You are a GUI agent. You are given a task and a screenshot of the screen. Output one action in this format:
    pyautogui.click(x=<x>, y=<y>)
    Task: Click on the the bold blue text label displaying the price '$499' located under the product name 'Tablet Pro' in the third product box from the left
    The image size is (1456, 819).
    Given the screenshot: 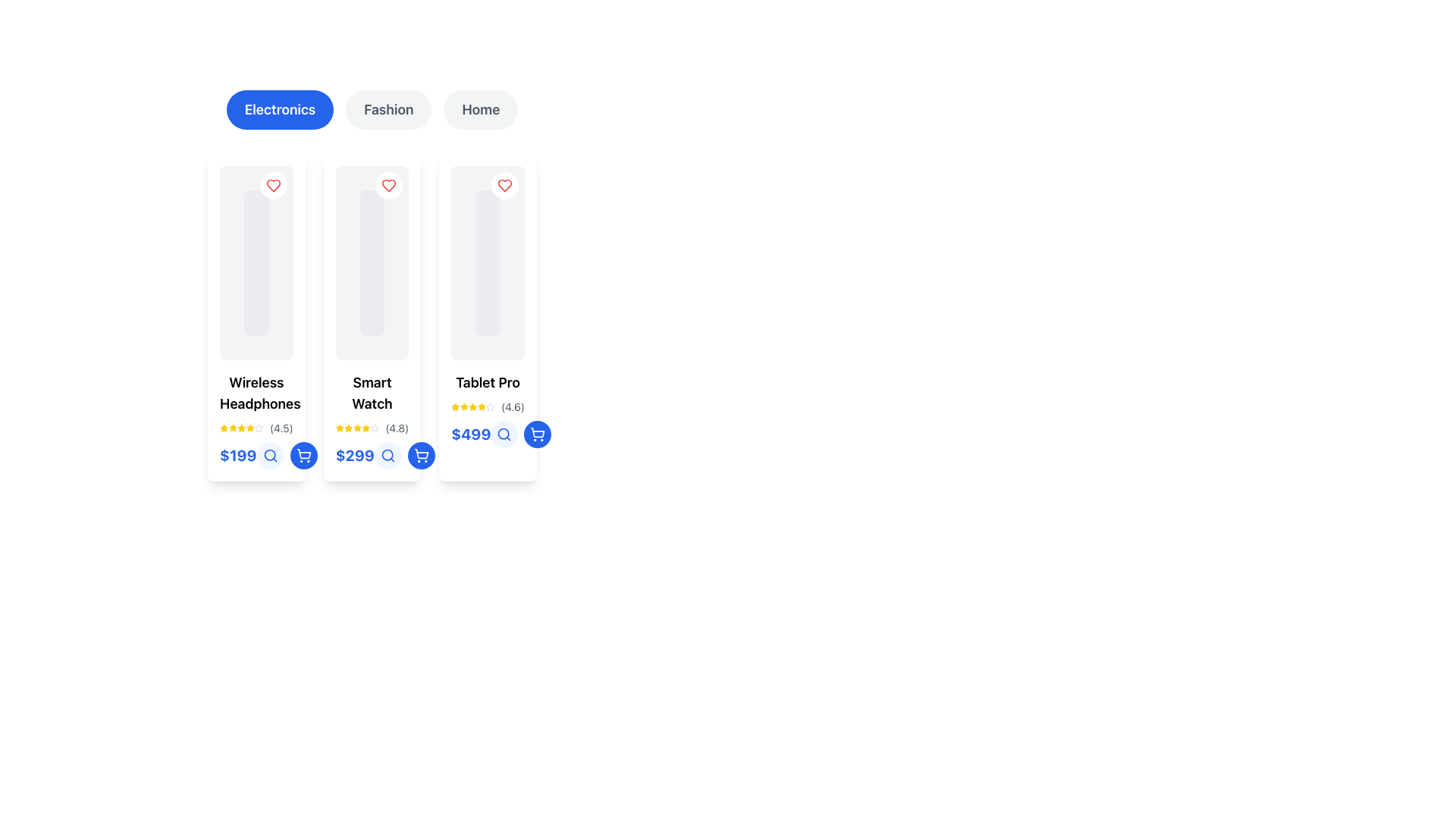 What is the action you would take?
    pyautogui.click(x=470, y=435)
    